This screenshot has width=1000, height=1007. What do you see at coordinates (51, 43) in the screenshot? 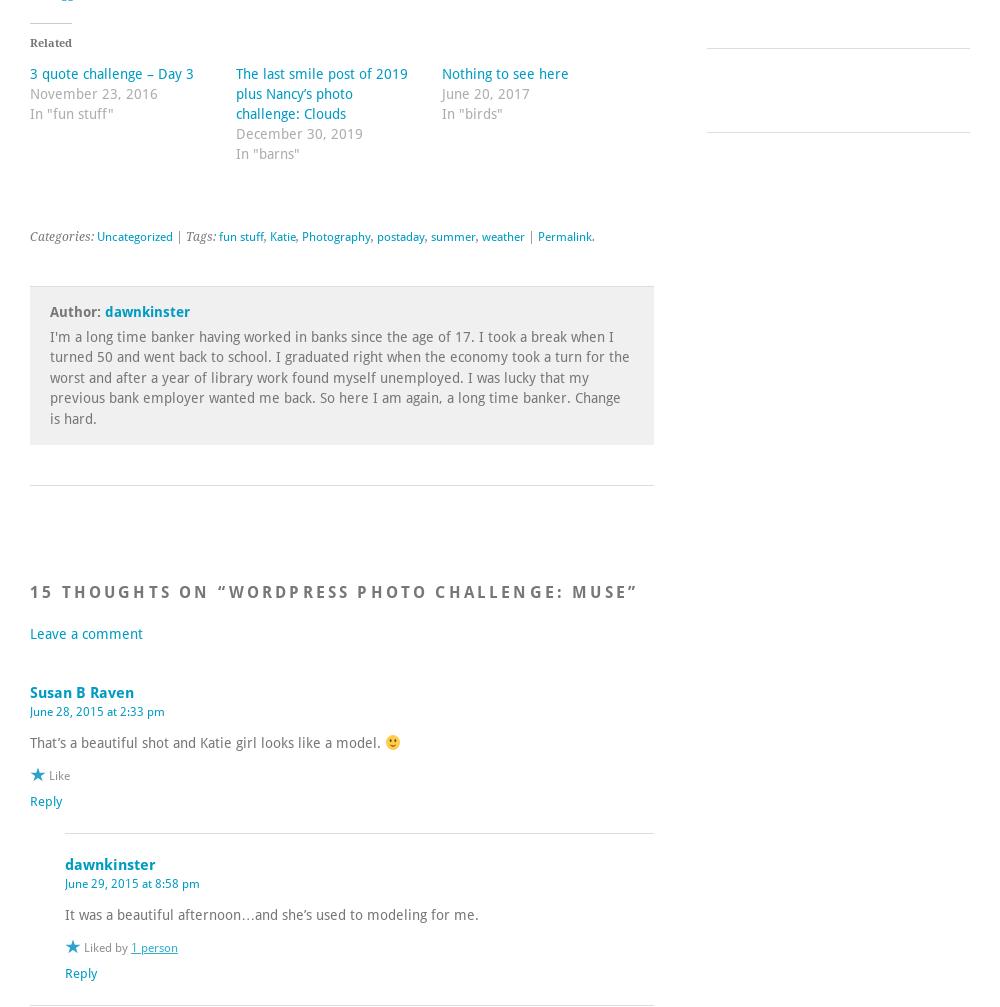
I see `'Related'` at bounding box center [51, 43].